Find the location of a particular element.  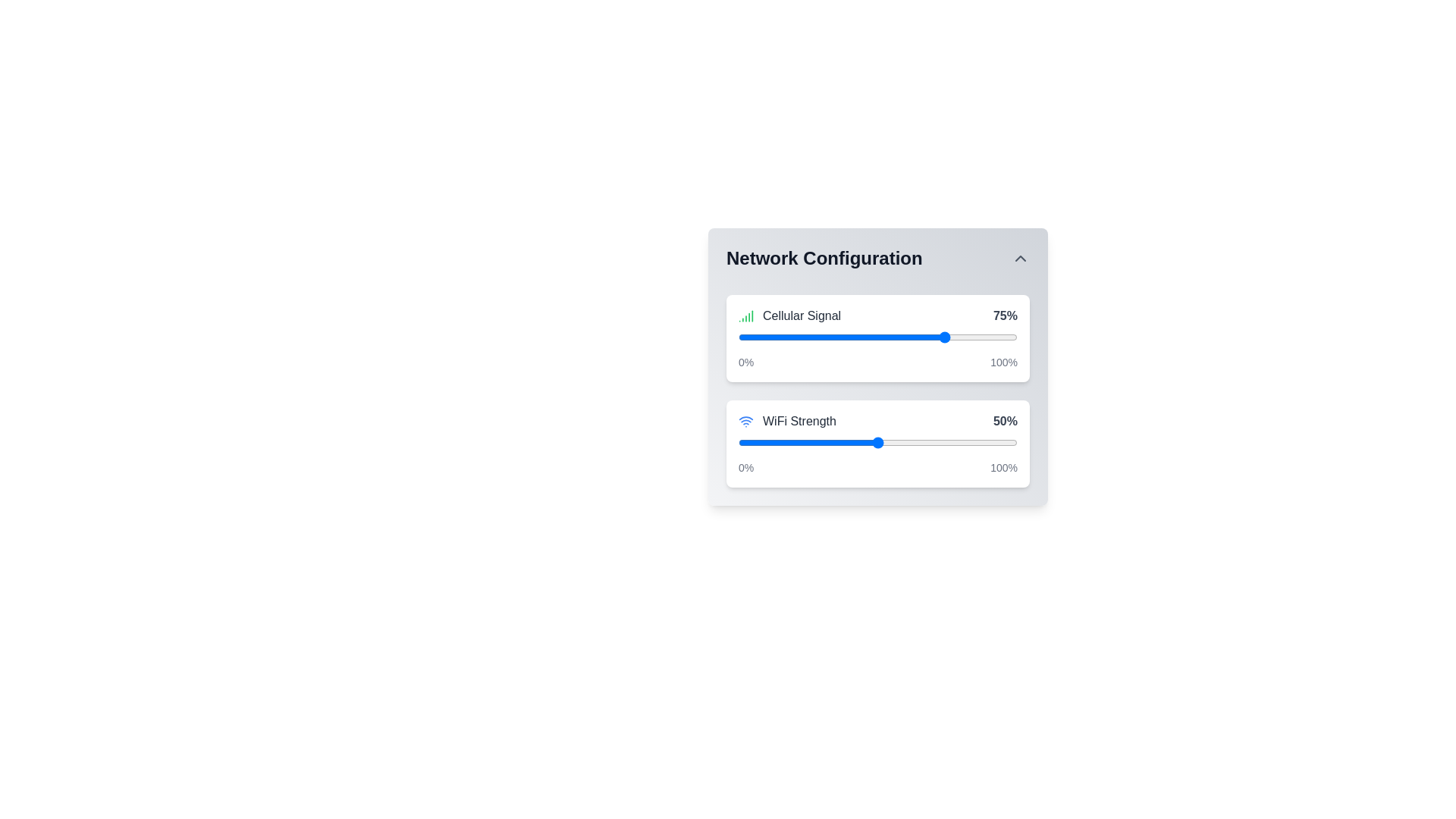

the cellular signal strength is located at coordinates (924, 336).